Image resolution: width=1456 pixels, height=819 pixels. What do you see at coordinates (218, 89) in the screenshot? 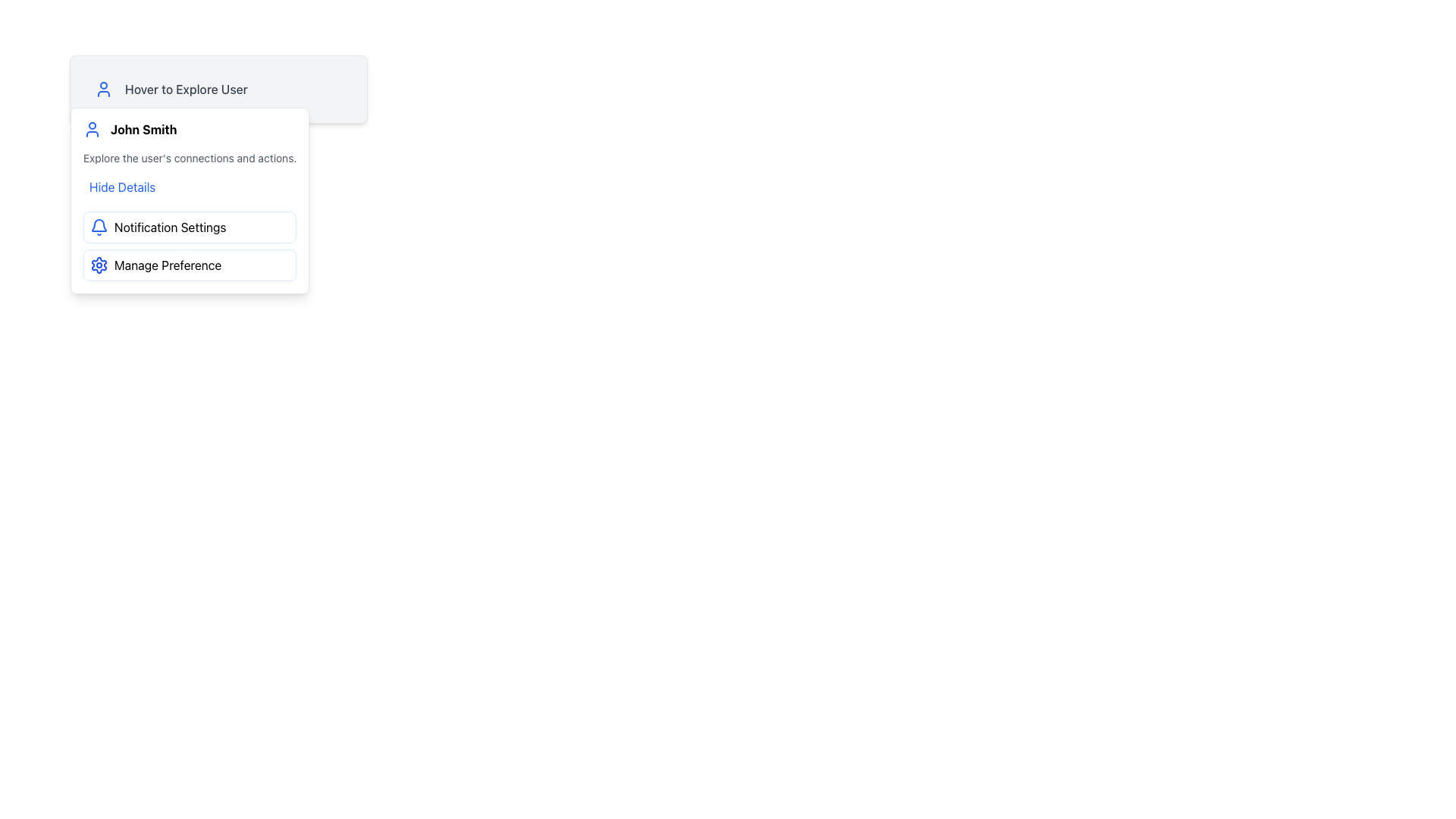
I see `the Header Section with Icon and Text that has a blue user icon and bold text reading 'Hover` at bounding box center [218, 89].